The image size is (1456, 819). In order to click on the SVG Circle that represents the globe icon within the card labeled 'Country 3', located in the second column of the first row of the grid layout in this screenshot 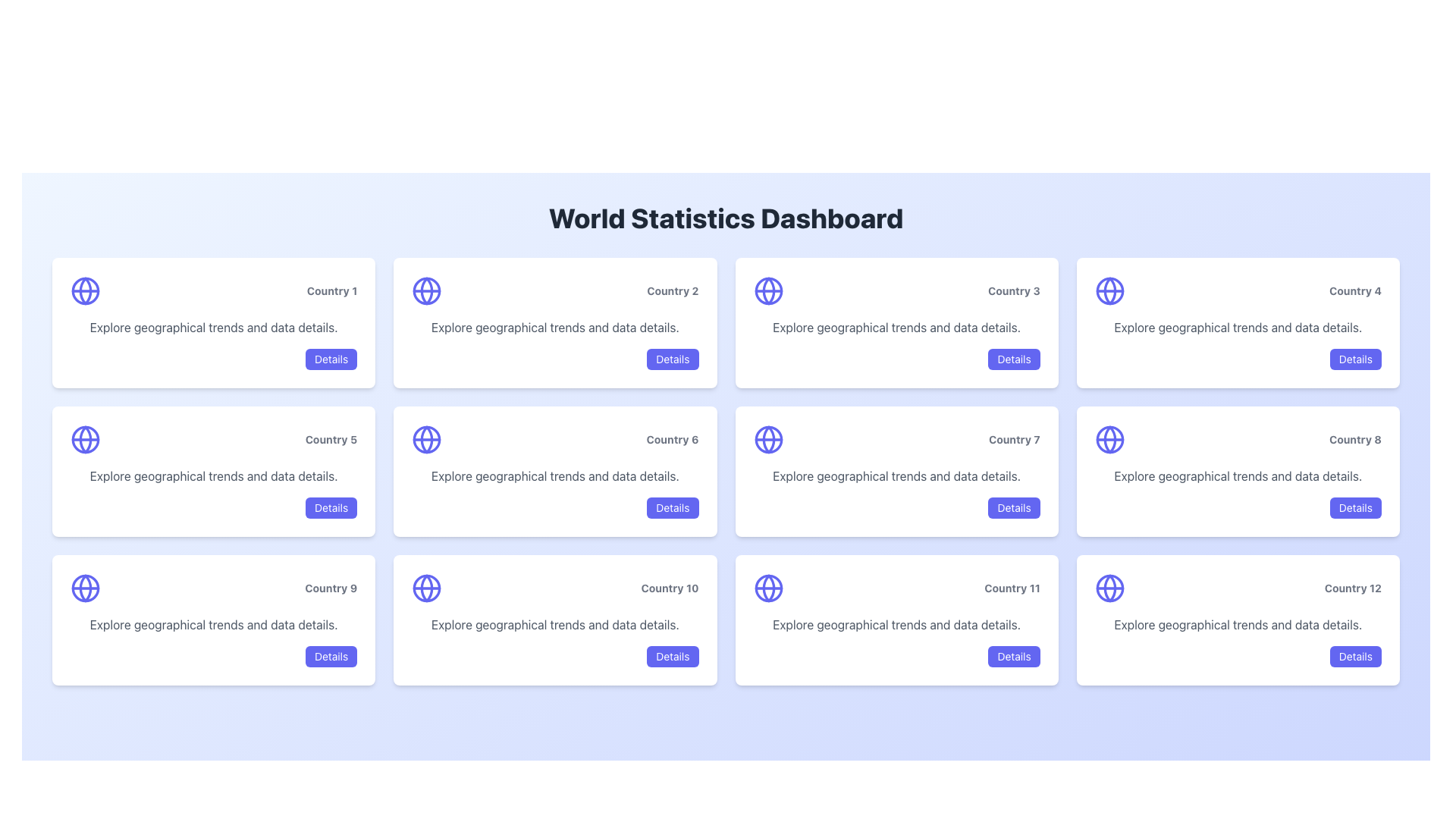, I will do `click(768, 291)`.